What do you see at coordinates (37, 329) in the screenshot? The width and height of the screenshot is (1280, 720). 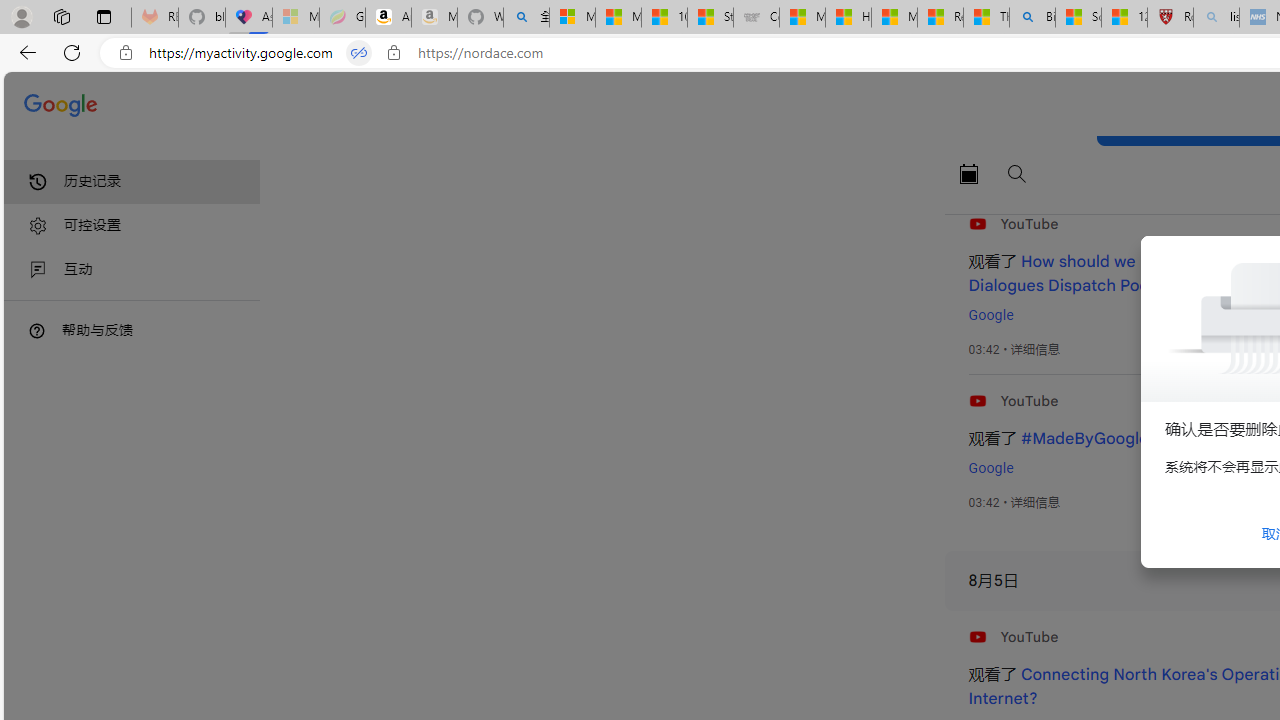 I see `'Class: DTiKkd NMm5M'` at bounding box center [37, 329].